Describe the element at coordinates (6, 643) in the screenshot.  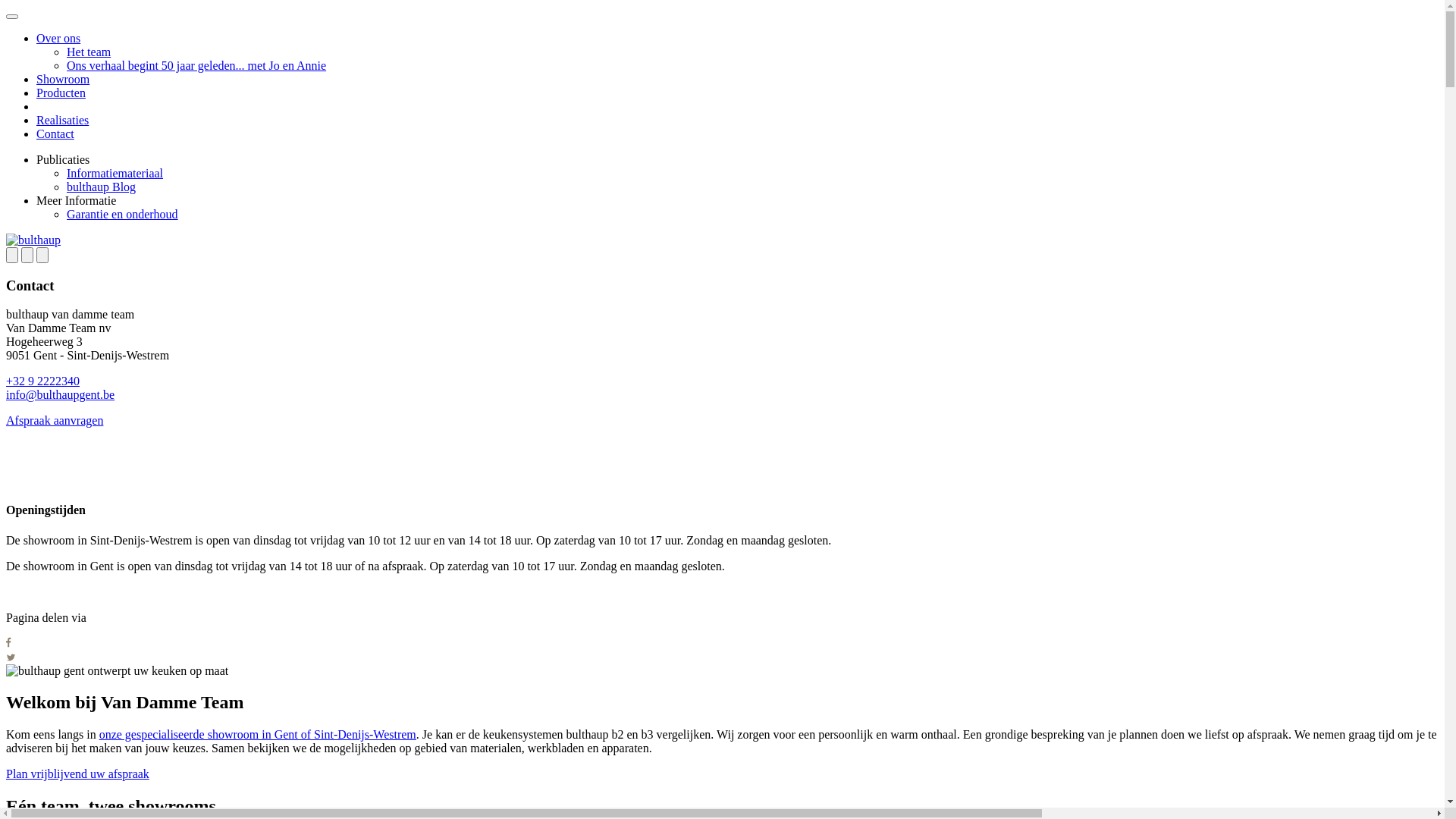
I see `'share on facebook'` at that location.